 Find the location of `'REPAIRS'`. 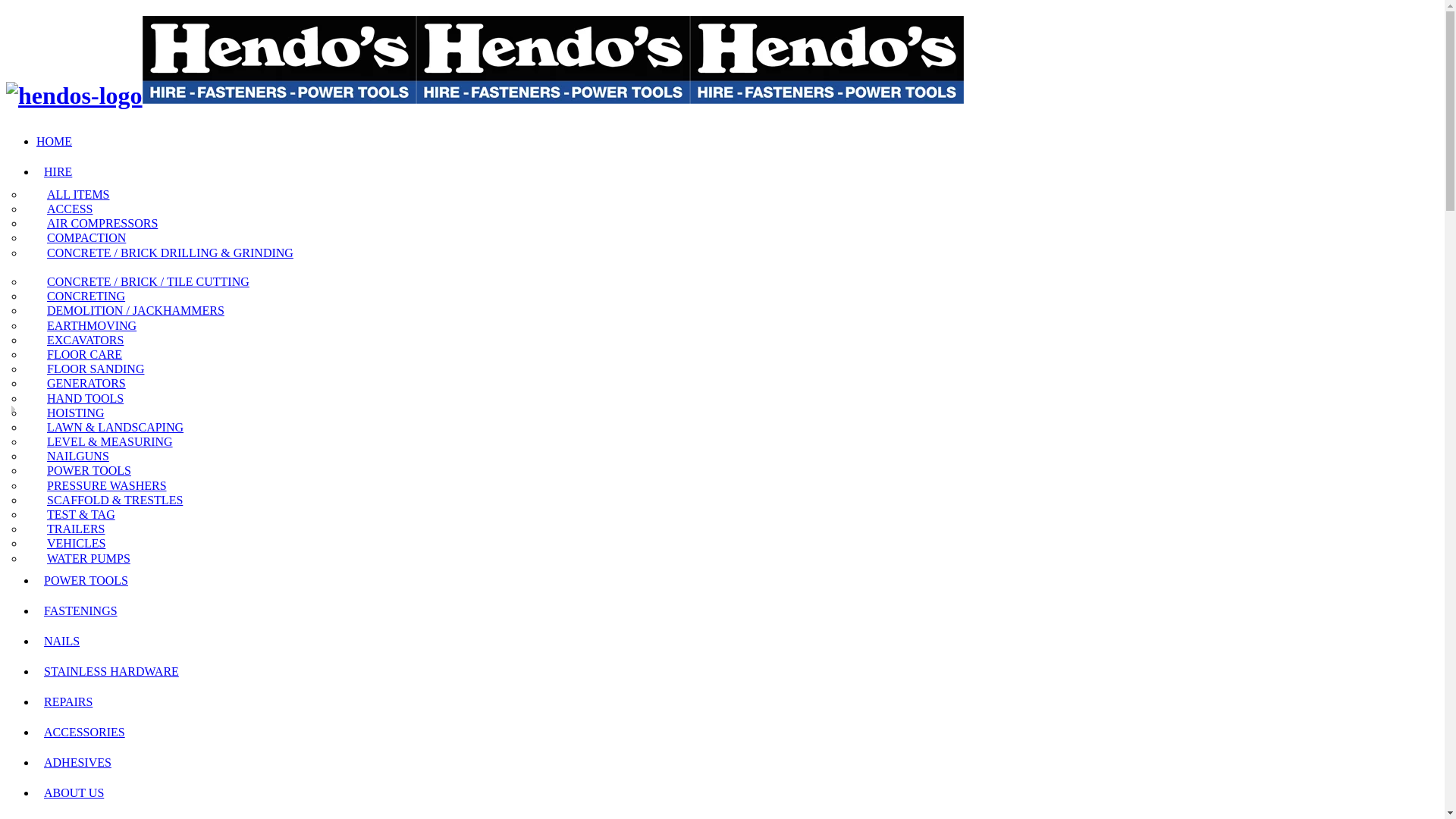

'REPAIRS' is located at coordinates (67, 701).